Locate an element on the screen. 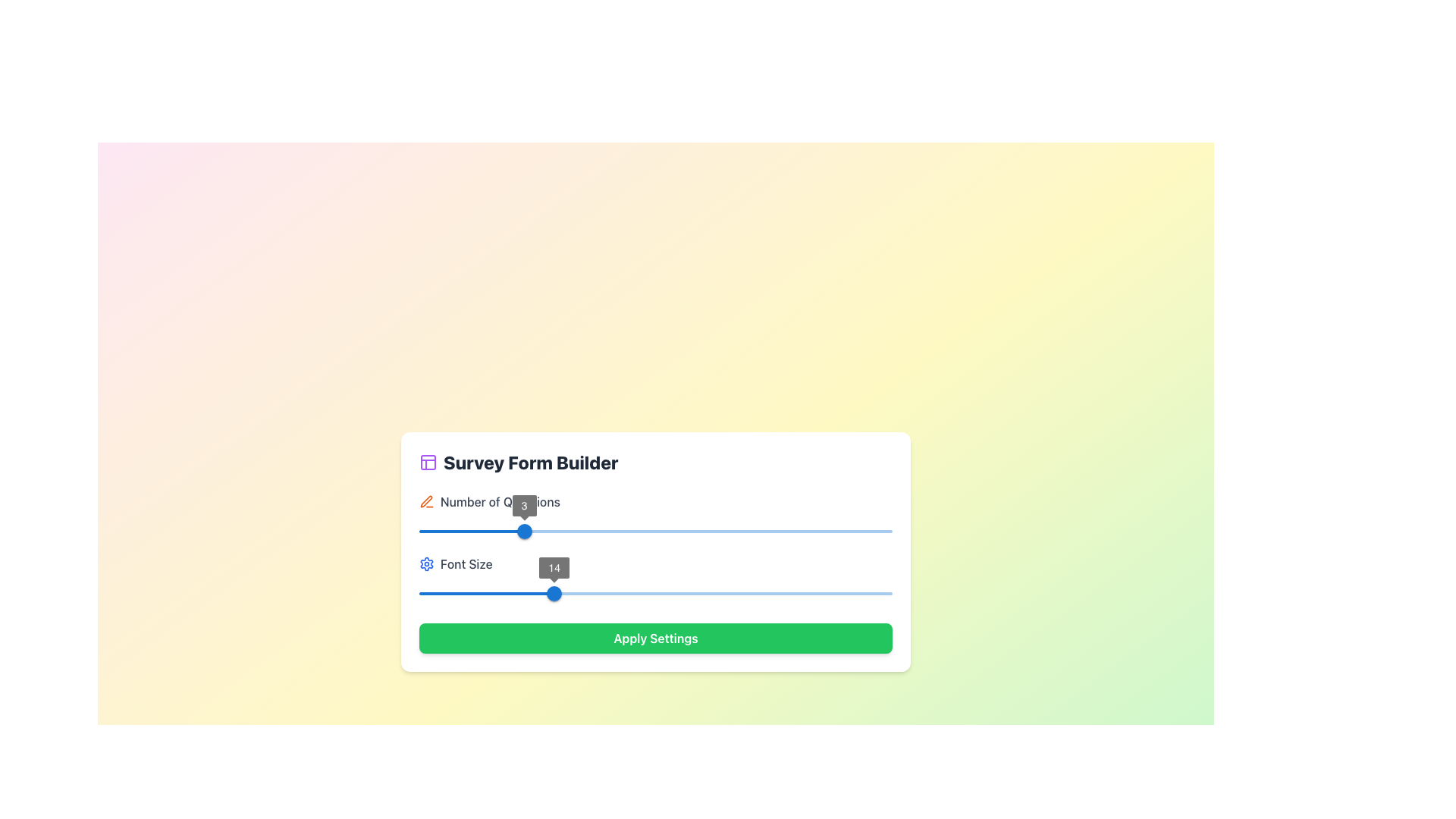 The image size is (1456, 819). the slider is located at coordinates (655, 531).